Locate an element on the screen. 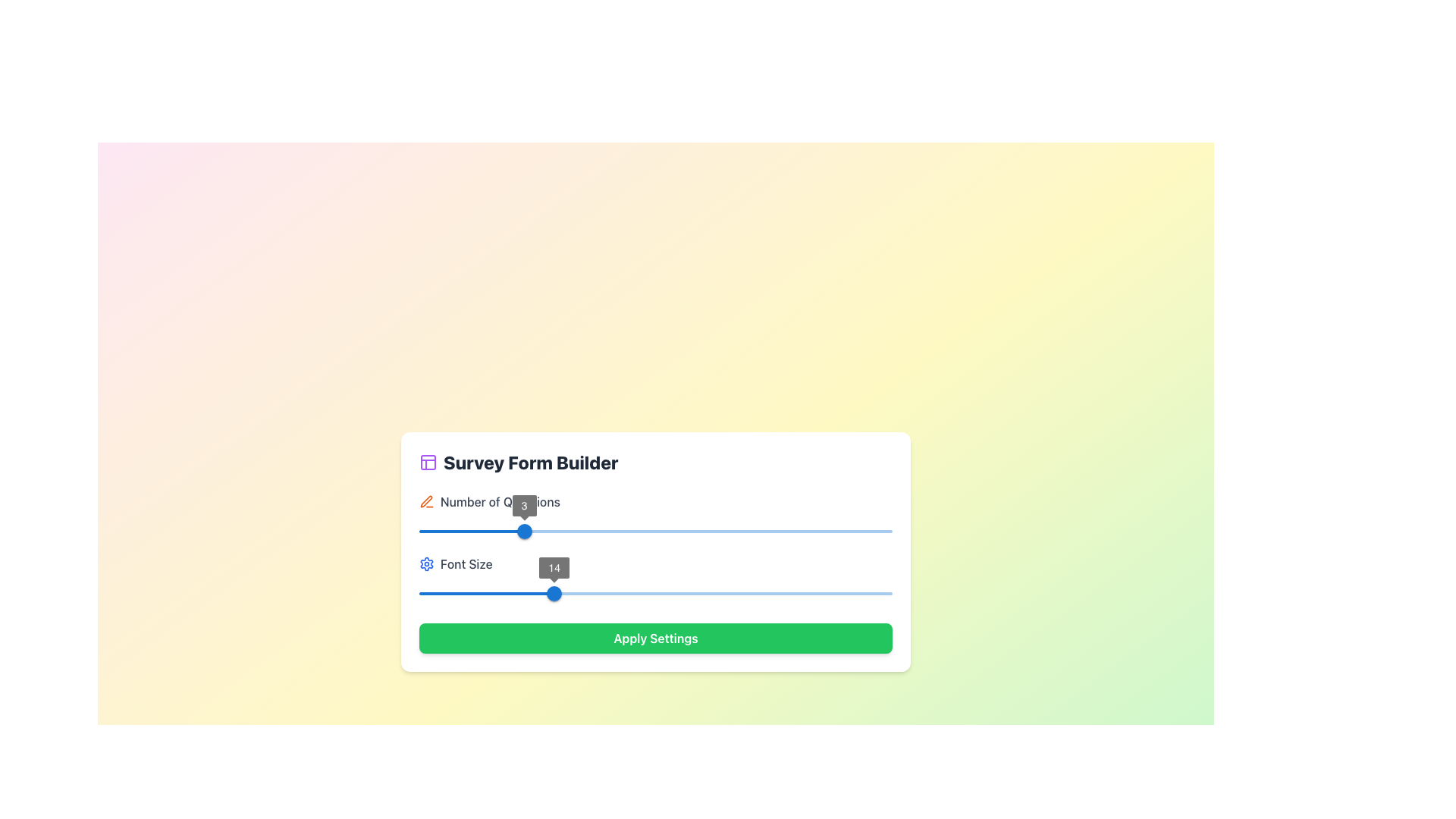 The image size is (1456, 819). the slider is located at coordinates (655, 531).